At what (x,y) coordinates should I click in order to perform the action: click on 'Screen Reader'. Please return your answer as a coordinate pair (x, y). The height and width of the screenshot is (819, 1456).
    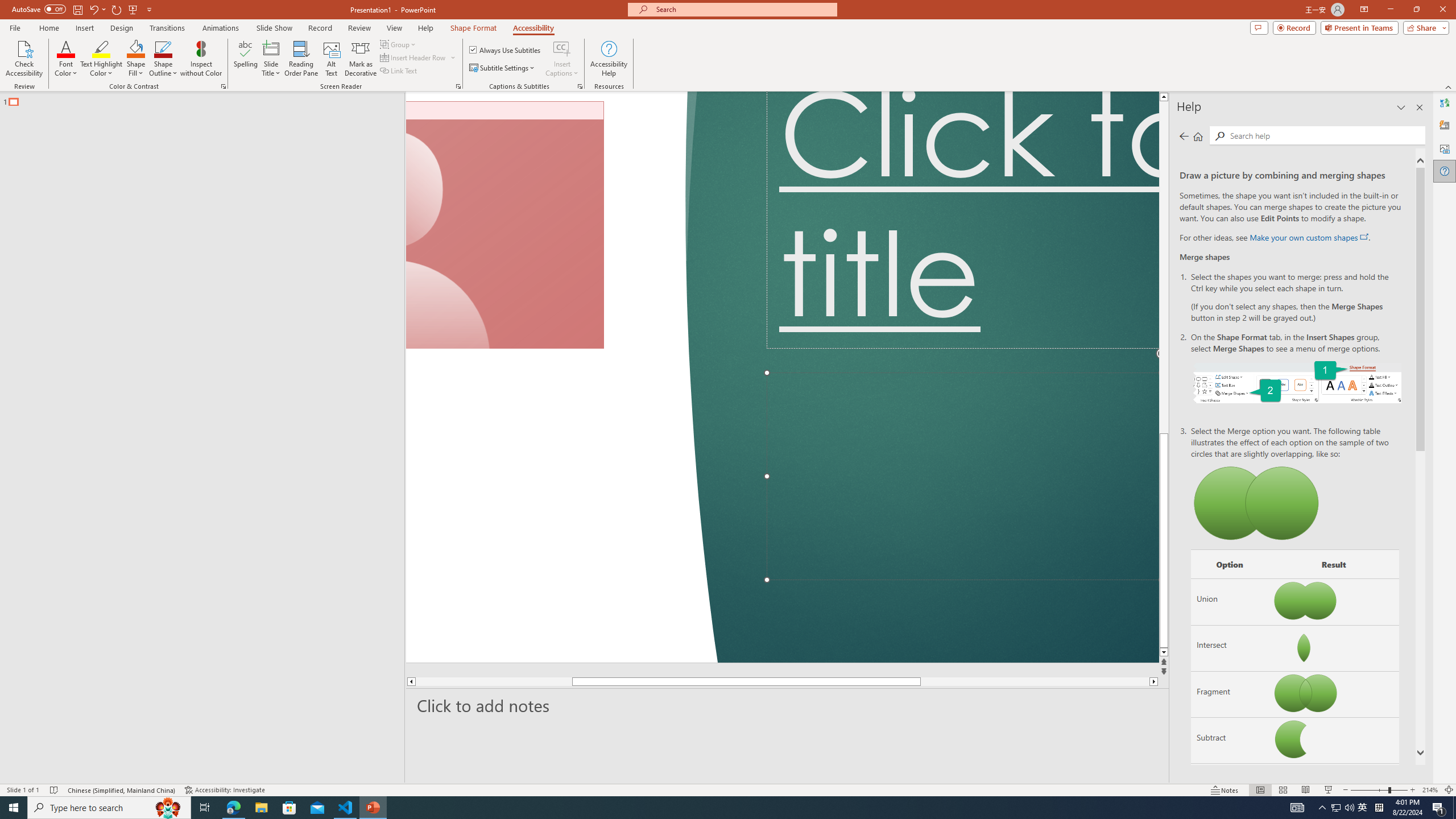
    Looking at the image, I should click on (458, 85).